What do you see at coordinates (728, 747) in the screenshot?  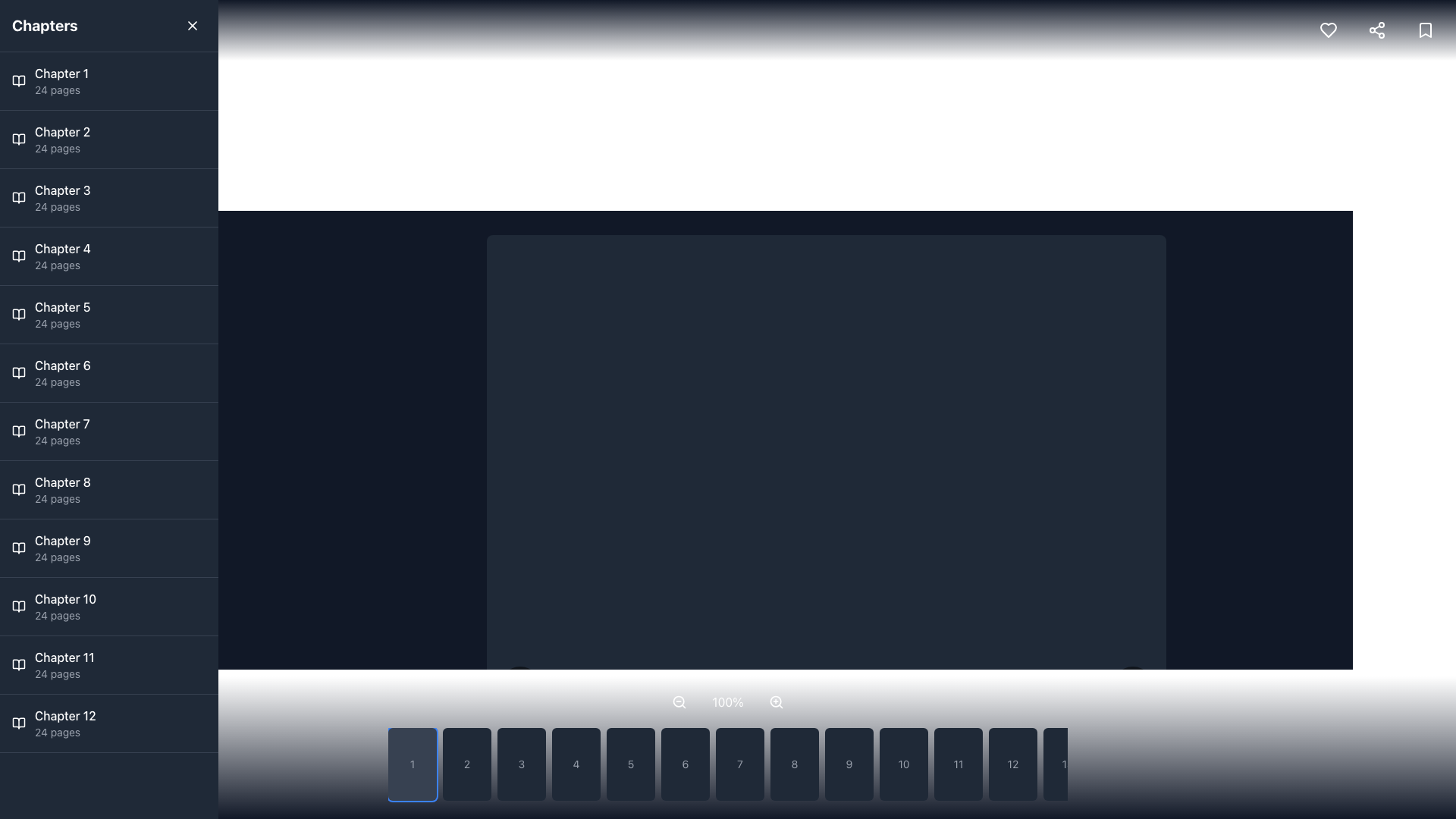 I see `the Number selection card displaying '7', which is the seventh card in a horizontal series` at bounding box center [728, 747].